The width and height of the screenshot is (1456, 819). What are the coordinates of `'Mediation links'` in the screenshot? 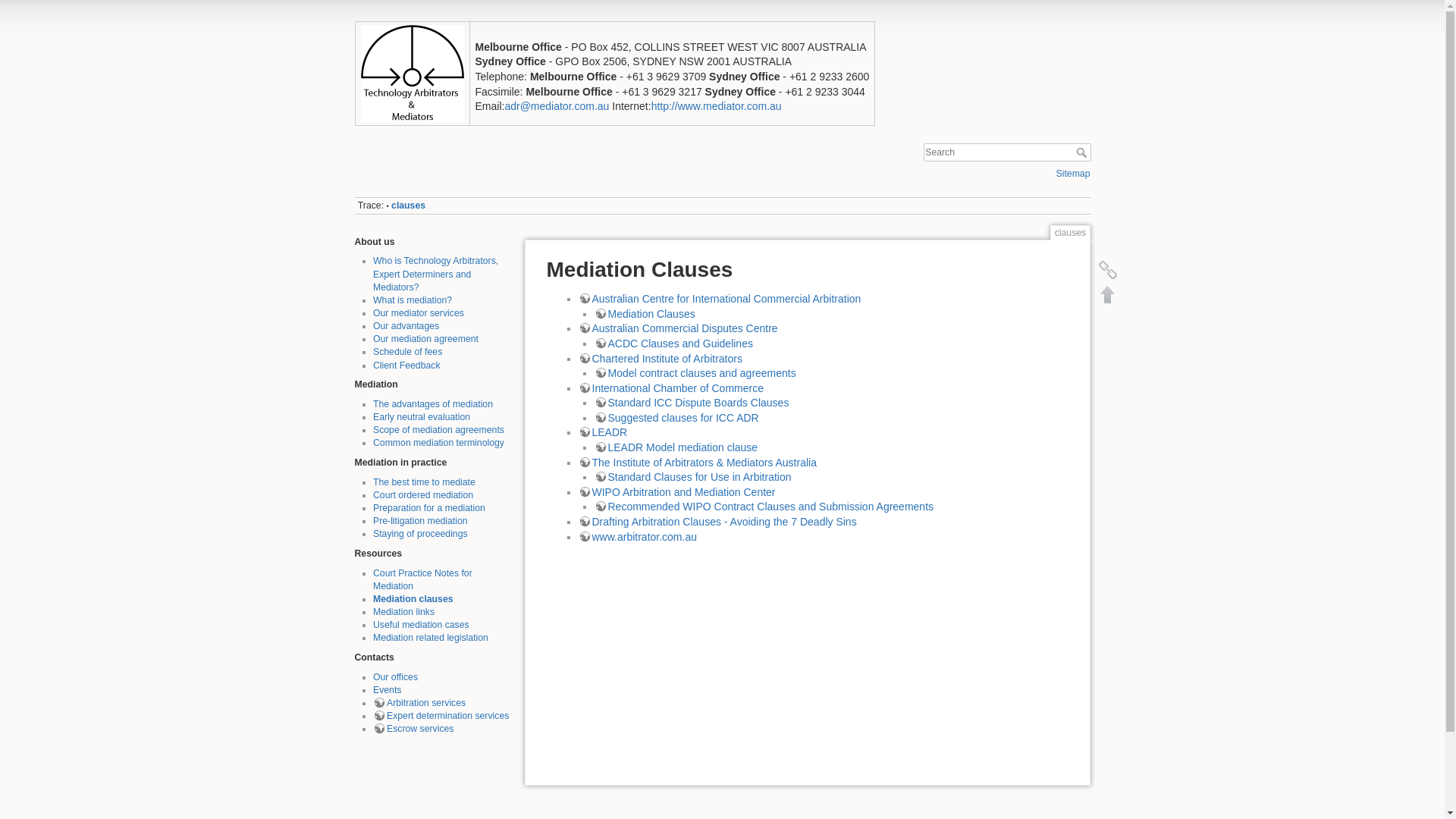 It's located at (372, 610).